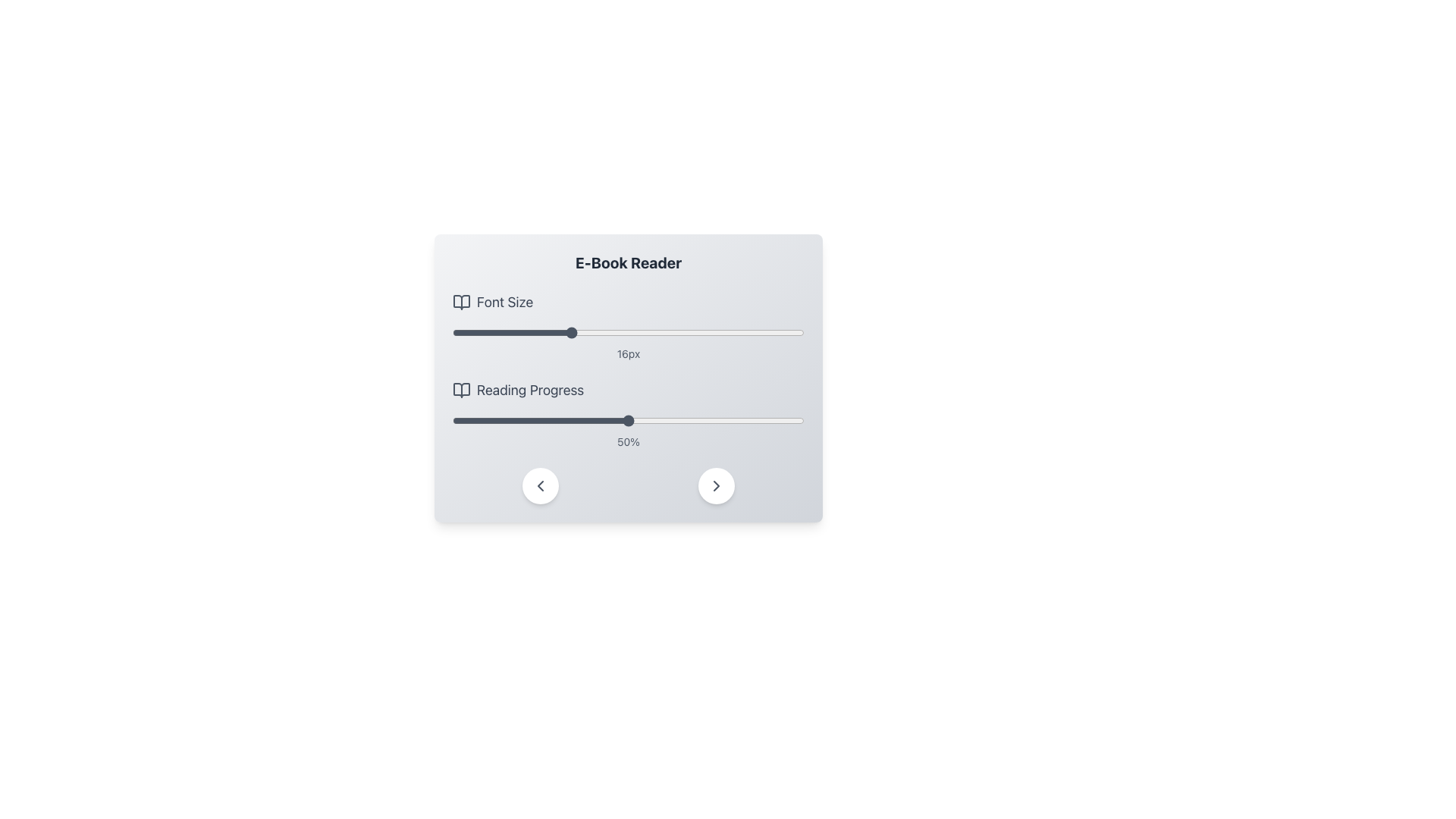 The width and height of the screenshot is (1456, 819). Describe the element at coordinates (657, 332) in the screenshot. I see `the font size` at that location.